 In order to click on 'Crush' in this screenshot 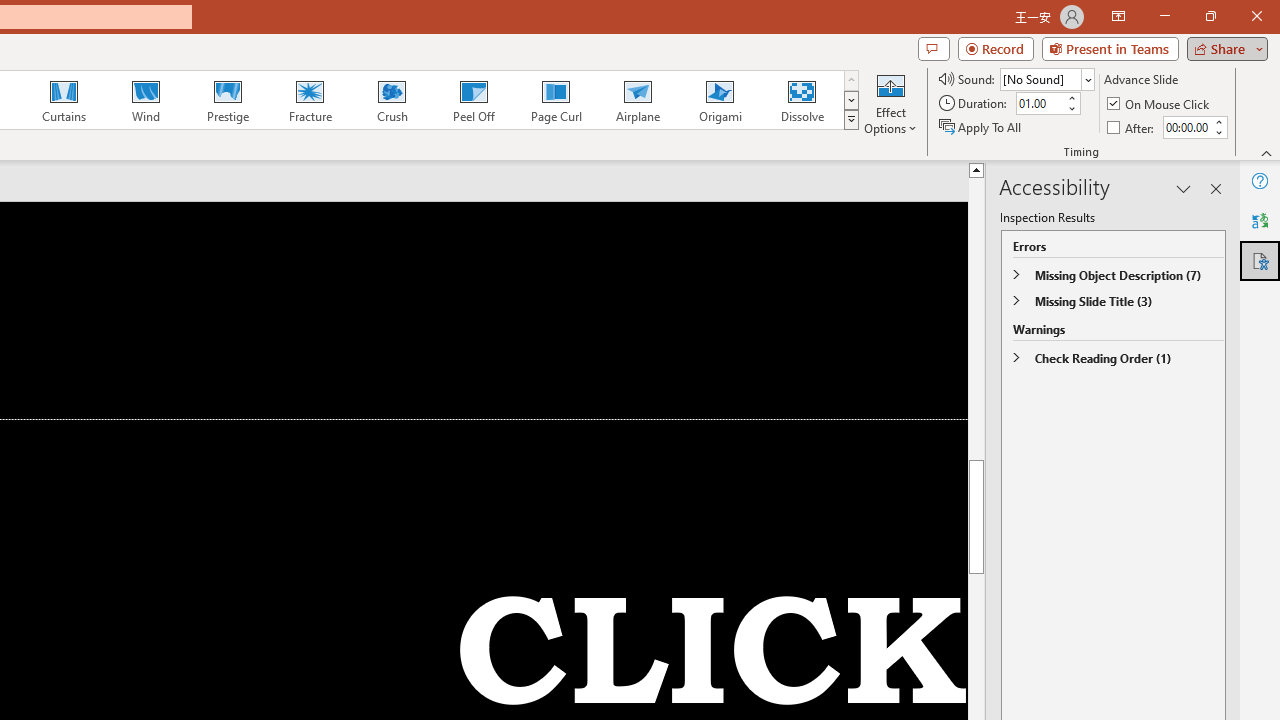, I will do `click(391, 100)`.